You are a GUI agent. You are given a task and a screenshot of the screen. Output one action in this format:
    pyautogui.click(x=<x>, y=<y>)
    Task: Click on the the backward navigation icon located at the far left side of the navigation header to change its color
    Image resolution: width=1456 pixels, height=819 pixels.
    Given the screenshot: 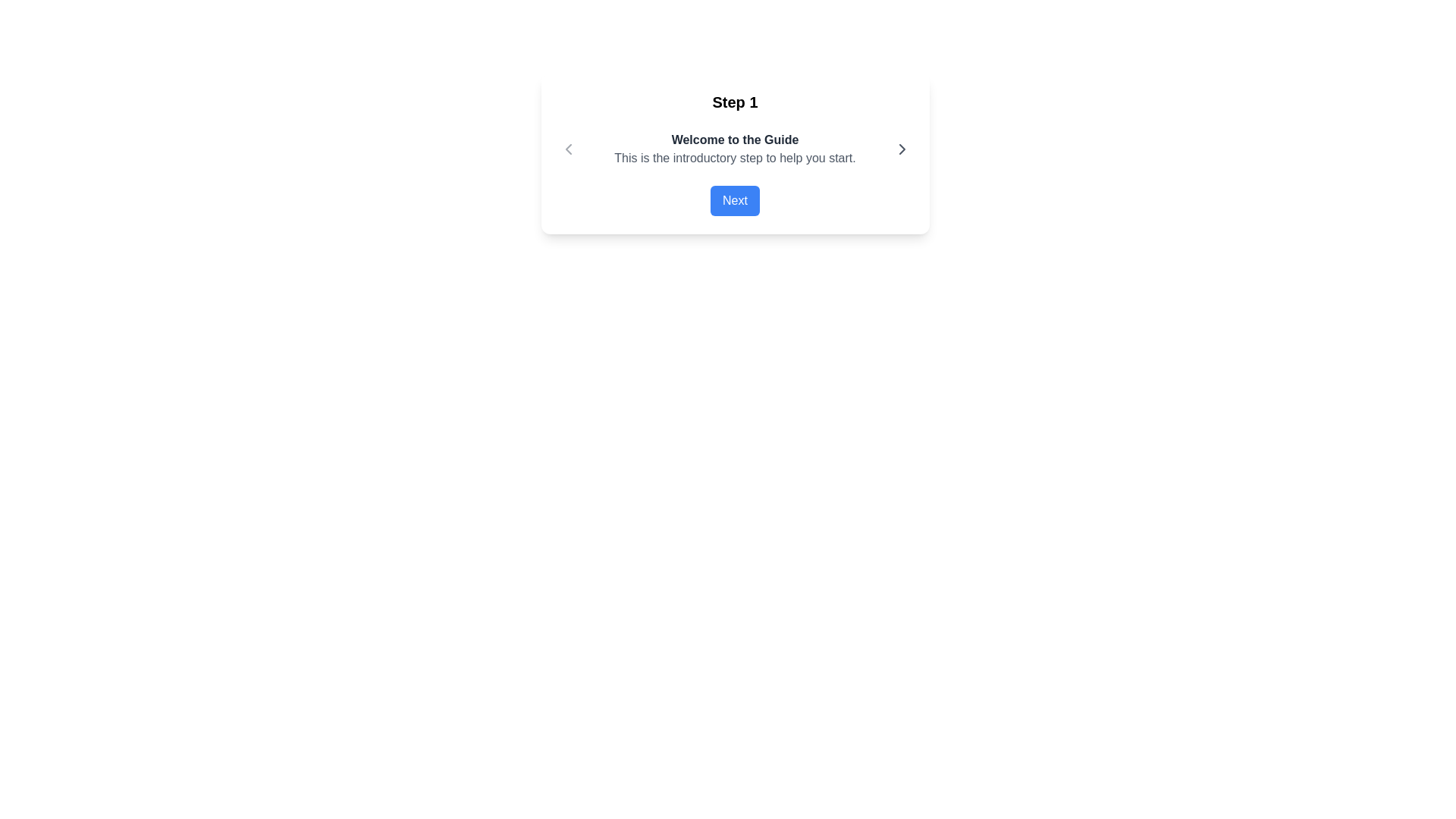 What is the action you would take?
    pyautogui.click(x=567, y=149)
    